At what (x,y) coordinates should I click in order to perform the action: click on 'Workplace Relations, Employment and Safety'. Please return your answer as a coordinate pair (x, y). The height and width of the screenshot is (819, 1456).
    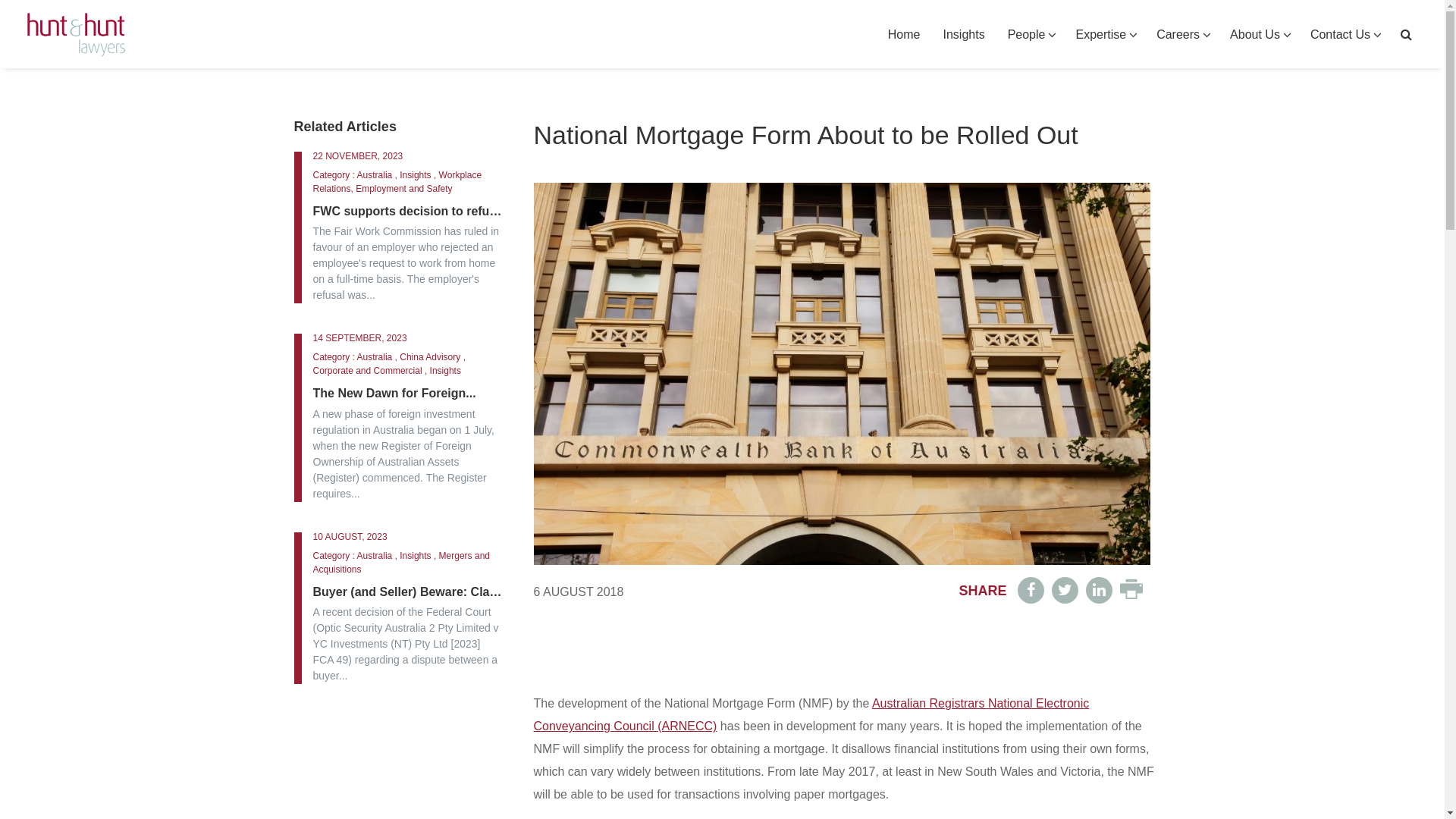
    Looking at the image, I should click on (397, 180).